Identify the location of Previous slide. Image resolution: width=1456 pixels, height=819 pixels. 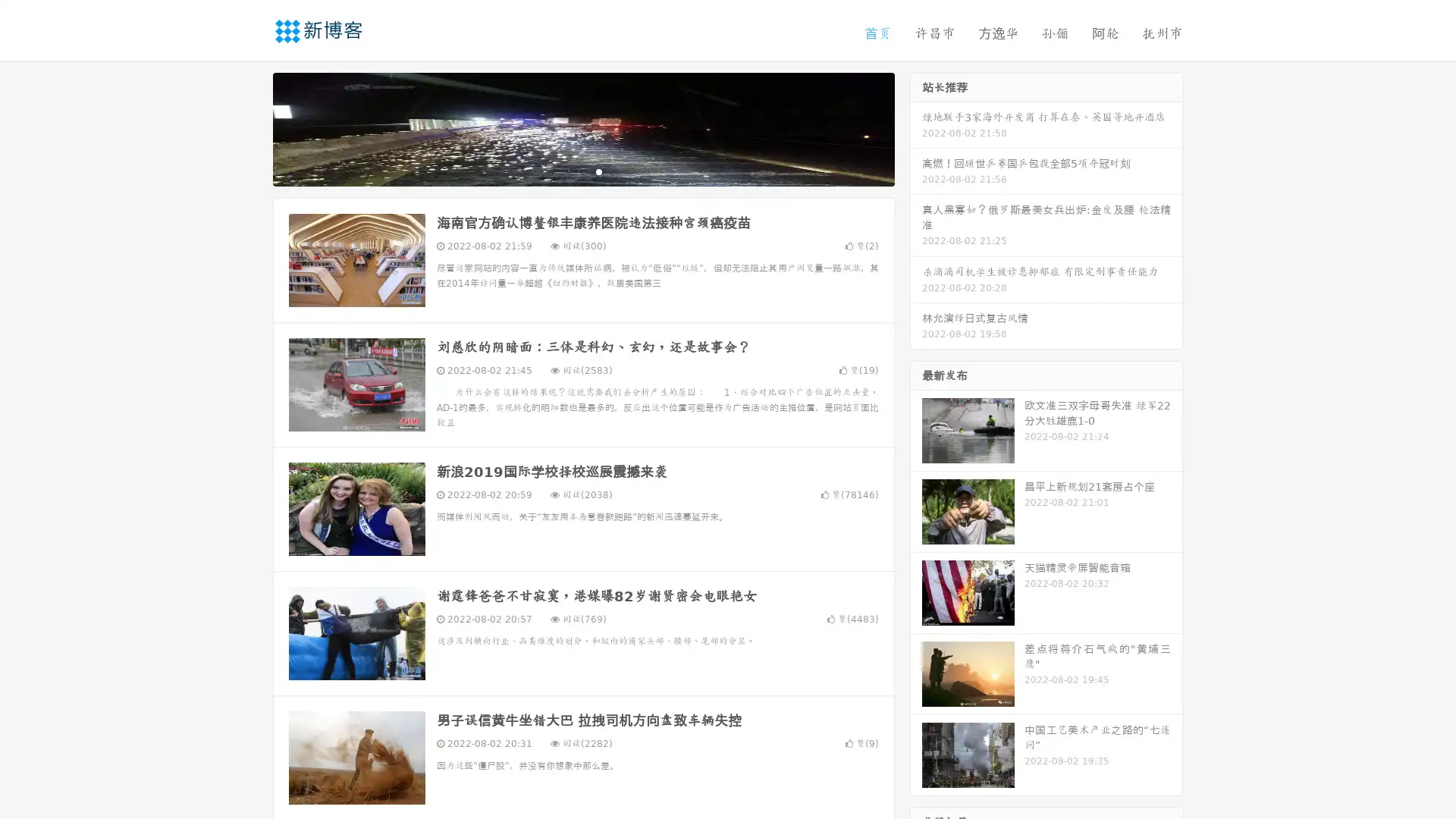
(250, 127).